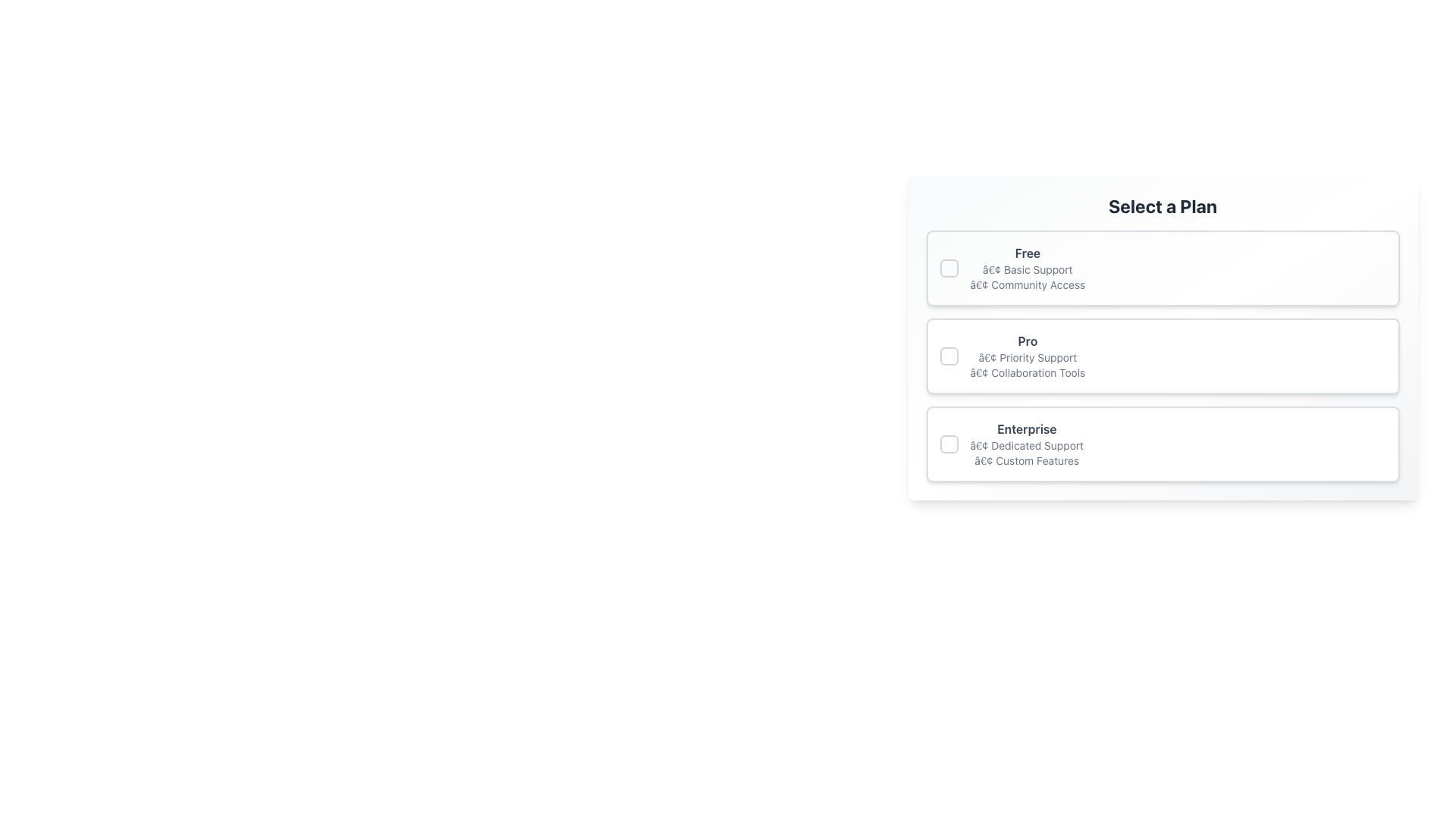 This screenshot has width=1456, height=819. Describe the element at coordinates (948, 444) in the screenshot. I see `the interactive checkbox located to the immediate left of the 'Enterprise' text in the 'Select a Plan' section` at that location.